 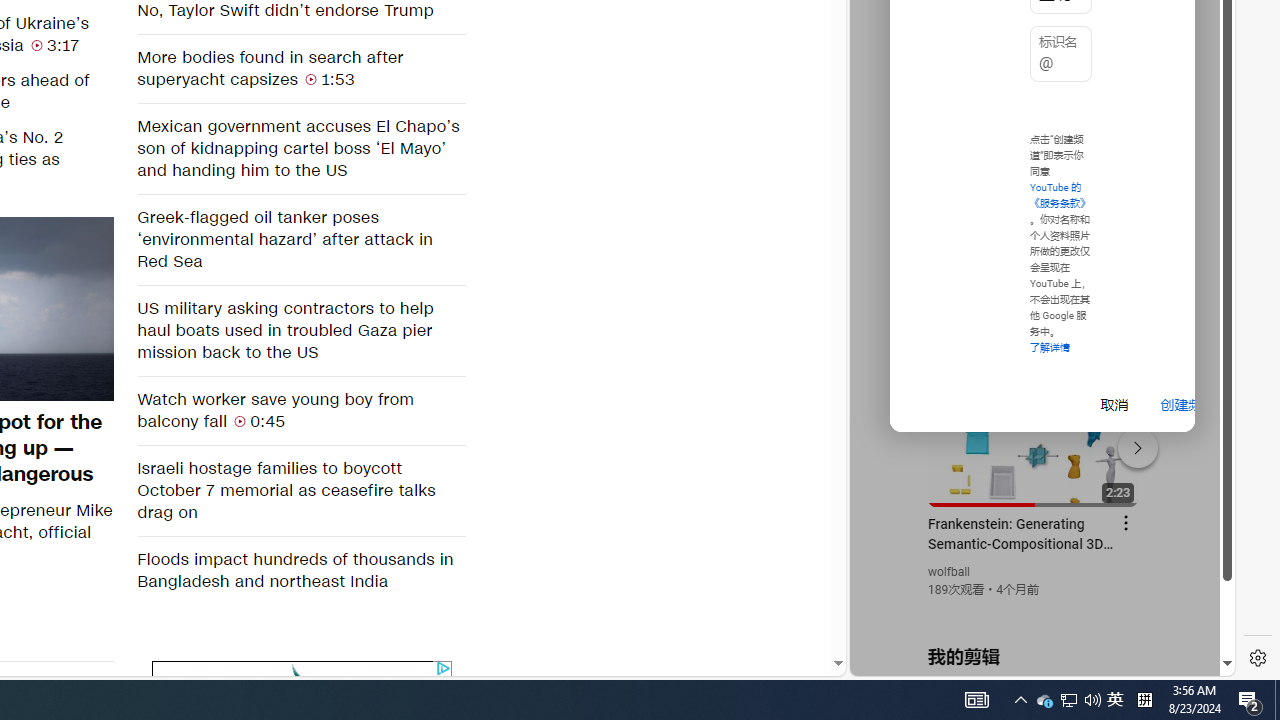 I want to click on 'User Promoted Notification Area', so click(x=1067, y=698).